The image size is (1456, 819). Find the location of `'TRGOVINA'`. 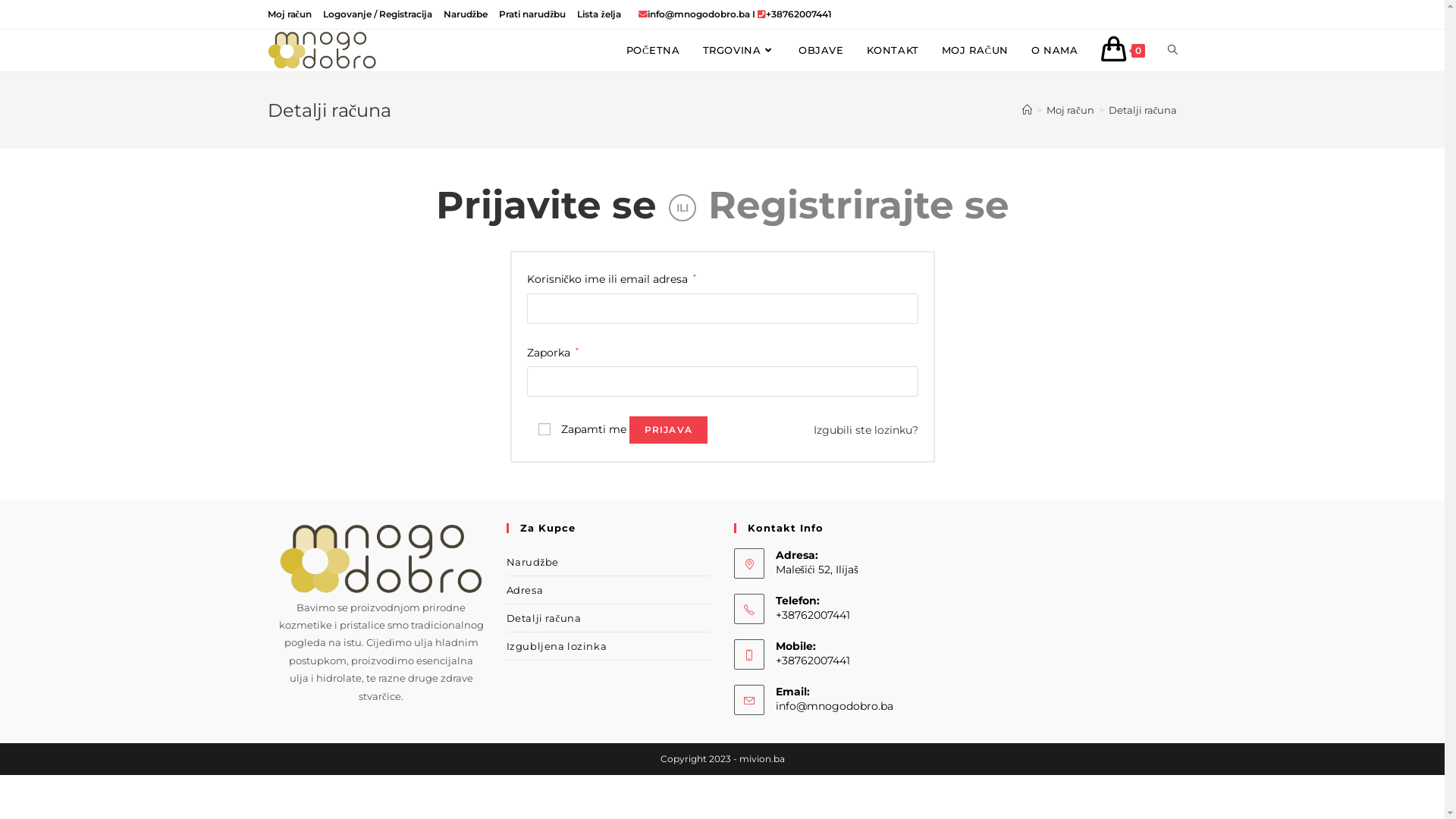

'TRGOVINA' is located at coordinates (739, 49).